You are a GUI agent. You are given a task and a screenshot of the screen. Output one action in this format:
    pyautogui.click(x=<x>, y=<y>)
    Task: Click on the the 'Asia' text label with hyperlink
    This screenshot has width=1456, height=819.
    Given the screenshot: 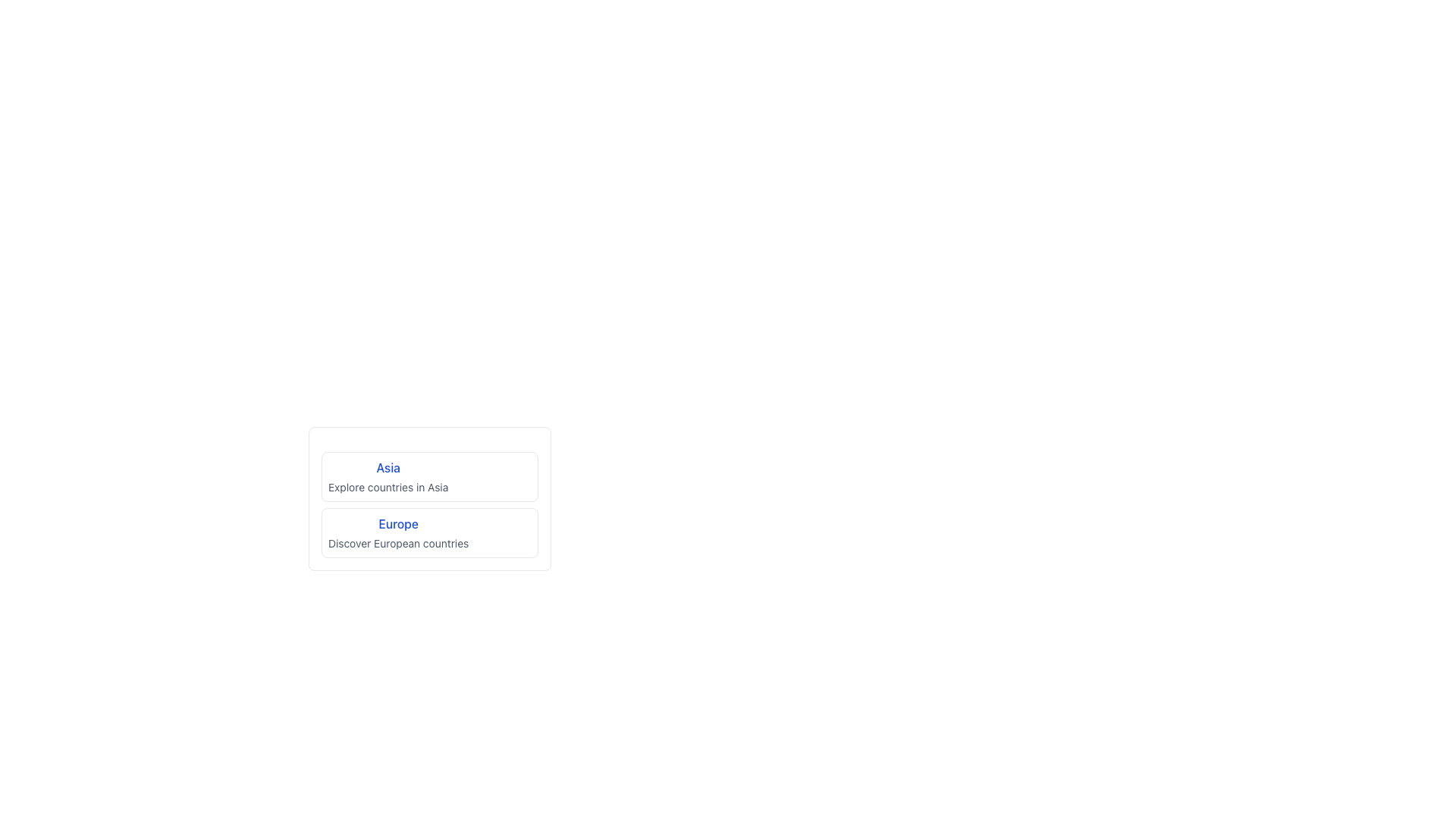 What is the action you would take?
    pyautogui.click(x=388, y=475)
    